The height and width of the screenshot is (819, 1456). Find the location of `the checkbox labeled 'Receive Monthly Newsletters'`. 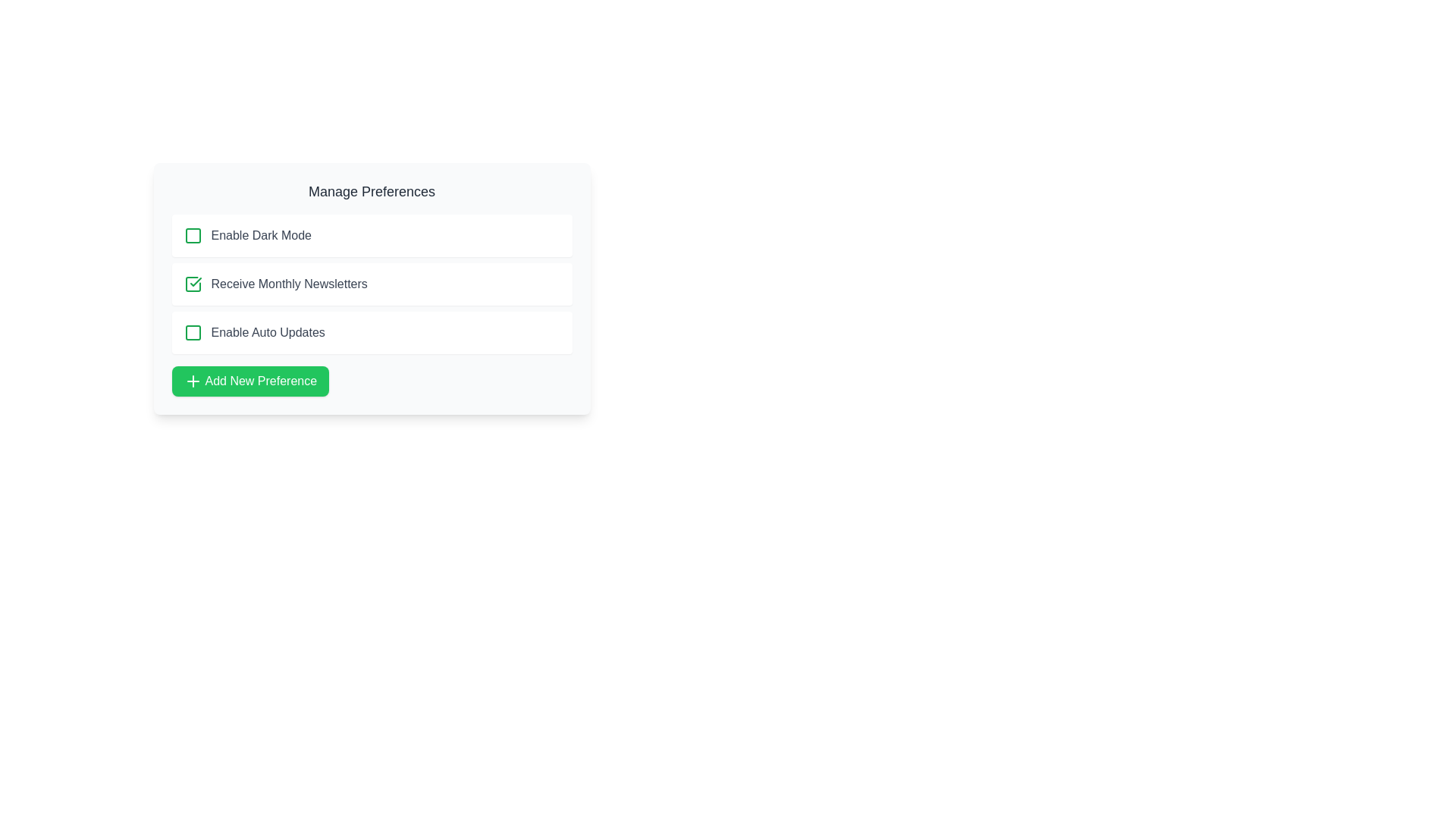

the checkbox labeled 'Receive Monthly Newsletters' is located at coordinates (372, 284).